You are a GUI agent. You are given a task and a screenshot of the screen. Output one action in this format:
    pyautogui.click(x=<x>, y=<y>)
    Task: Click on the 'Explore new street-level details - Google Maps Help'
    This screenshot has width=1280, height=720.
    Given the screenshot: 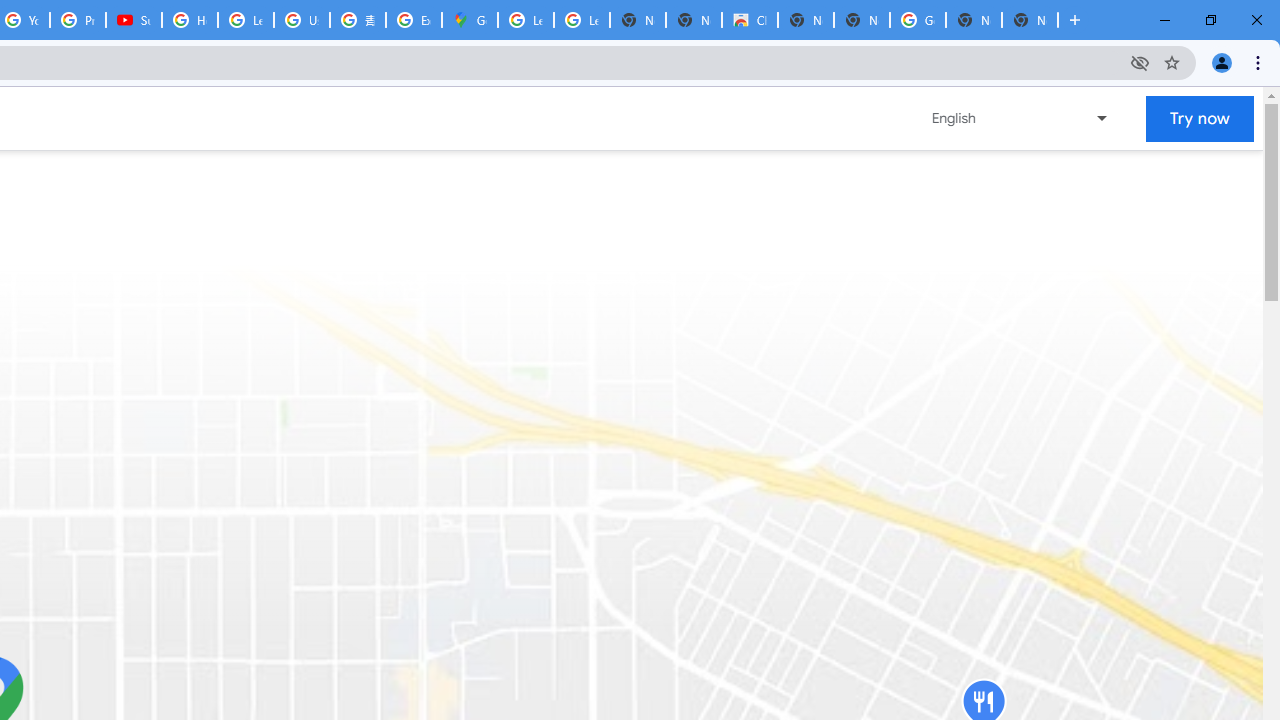 What is the action you would take?
    pyautogui.click(x=413, y=20)
    